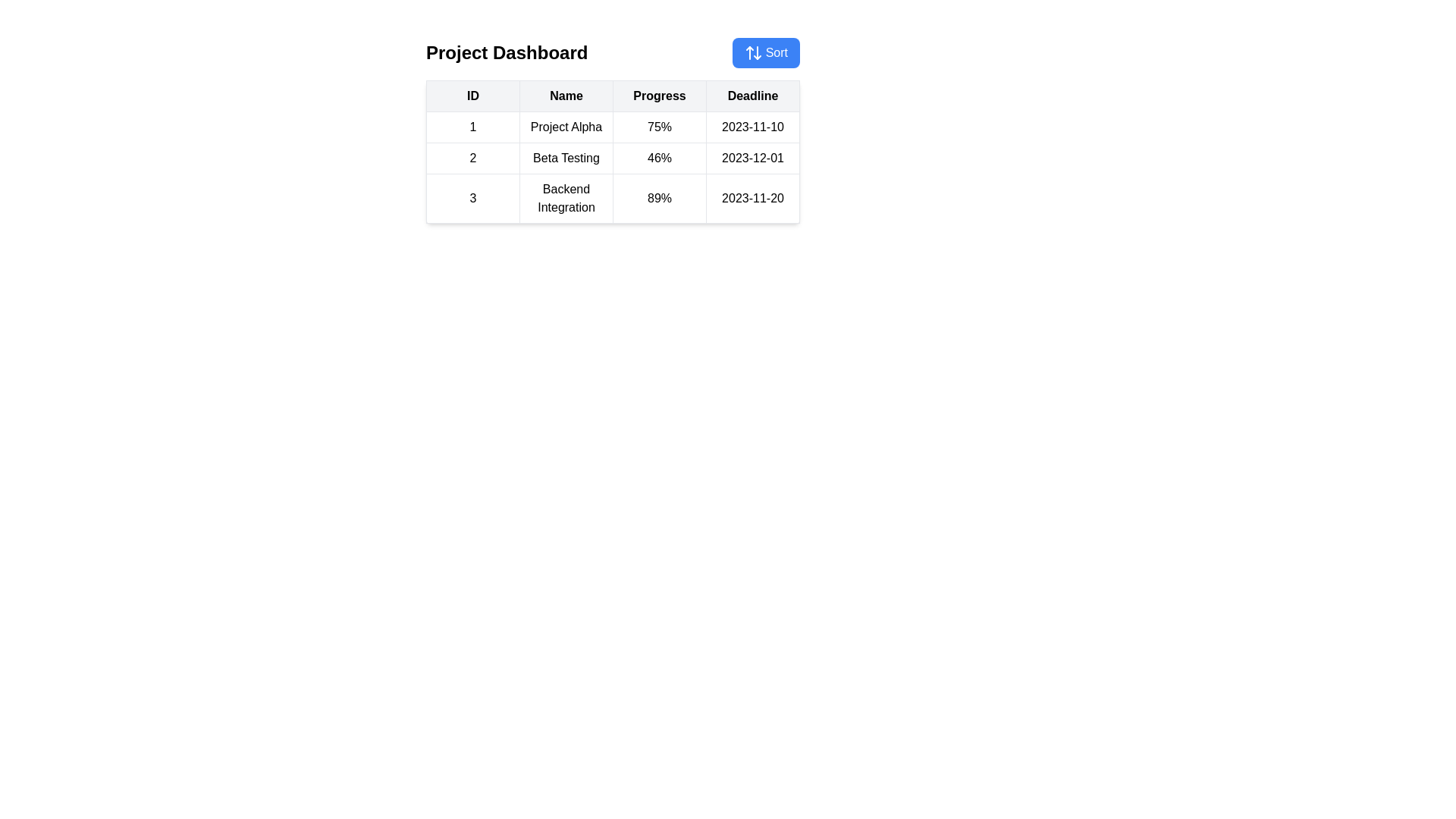 This screenshot has height=819, width=1456. What do you see at coordinates (765, 52) in the screenshot?
I see `the 'Sort' button with a blue background and white text, located near the top-right corner of the interface, to sort the data` at bounding box center [765, 52].